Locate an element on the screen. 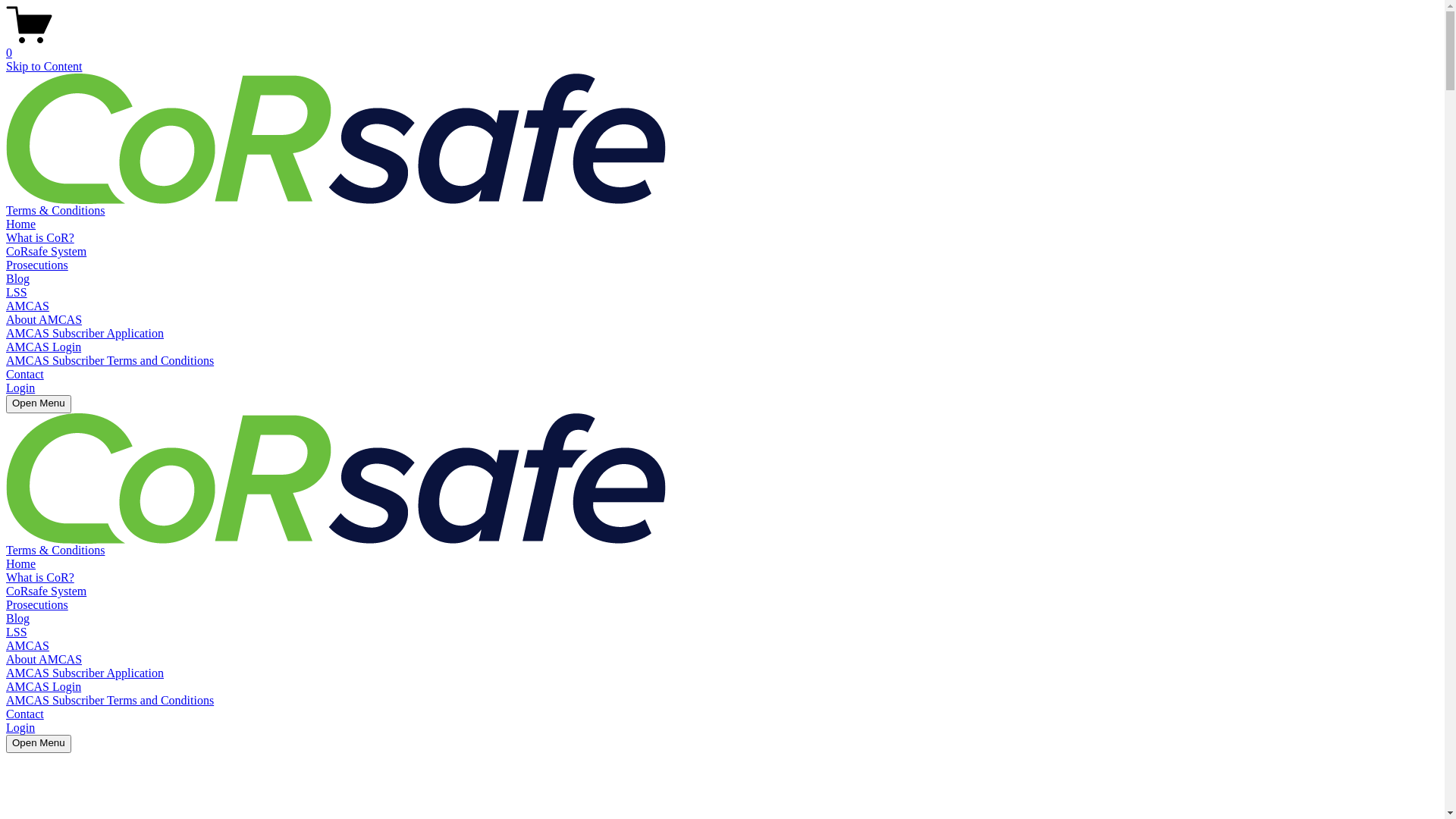  'What is CoR?' is located at coordinates (39, 577).